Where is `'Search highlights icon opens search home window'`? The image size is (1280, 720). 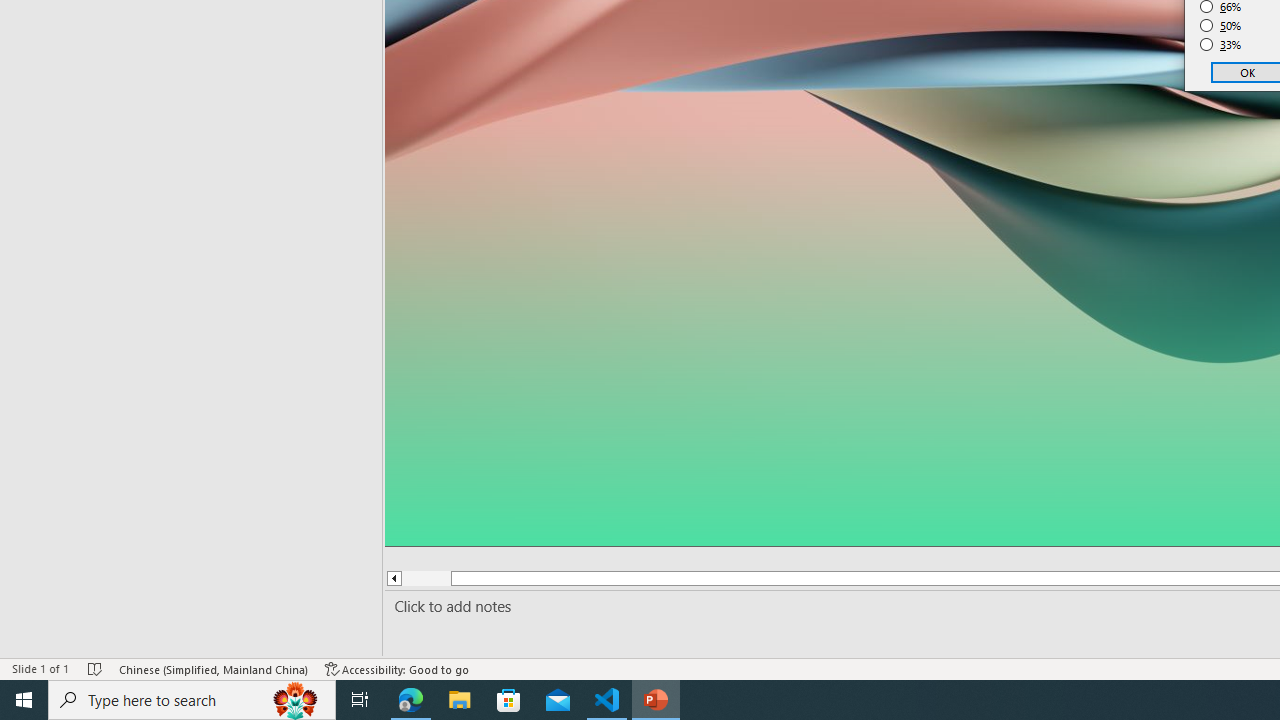 'Search highlights icon opens search home window' is located at coordinates (294, 698).